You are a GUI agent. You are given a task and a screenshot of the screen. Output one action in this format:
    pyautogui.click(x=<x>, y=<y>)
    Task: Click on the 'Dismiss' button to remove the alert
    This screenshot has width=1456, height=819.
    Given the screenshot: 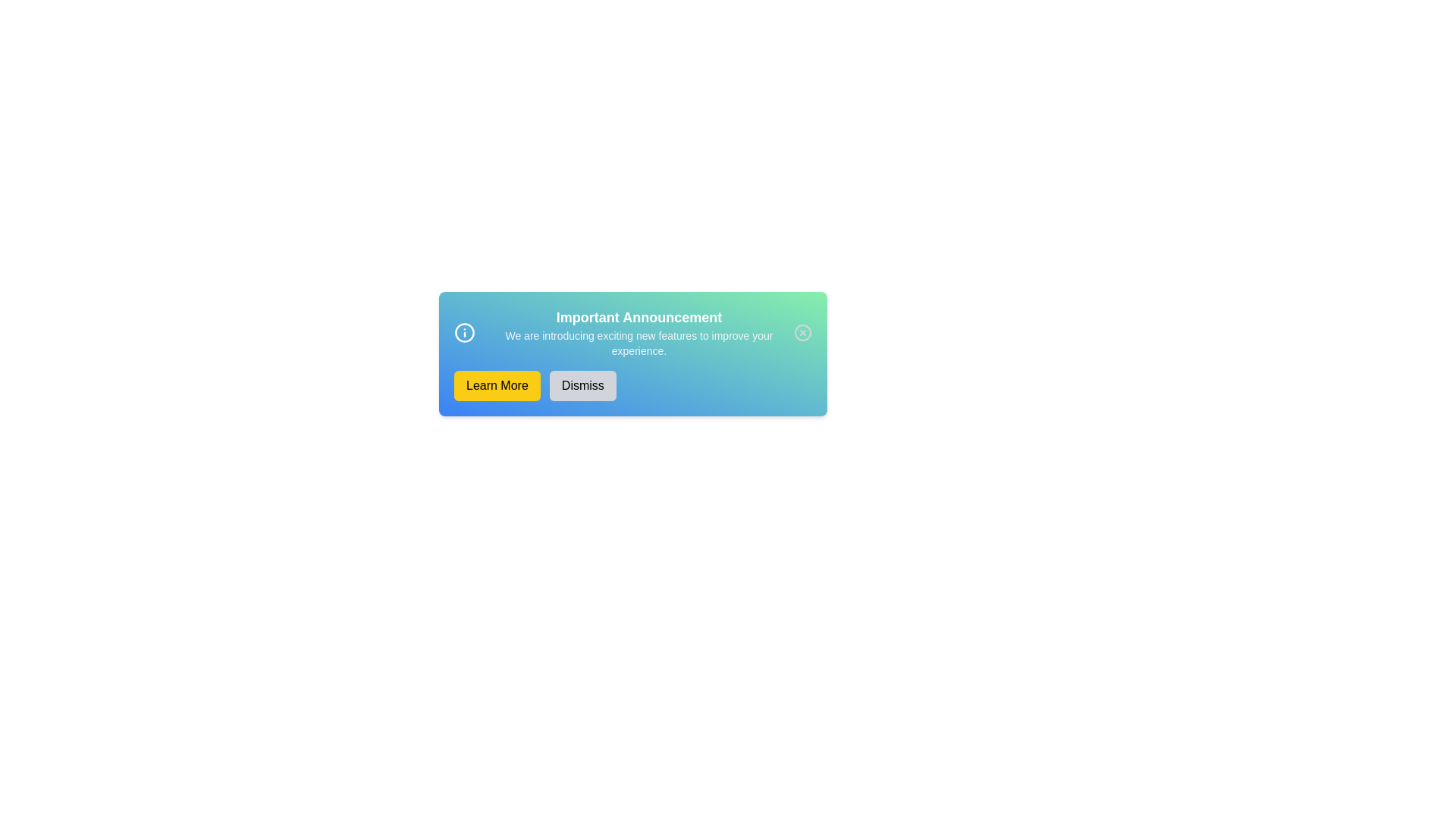 What is the action you would take?
    pyautogui.click(x=582, y=385)
    